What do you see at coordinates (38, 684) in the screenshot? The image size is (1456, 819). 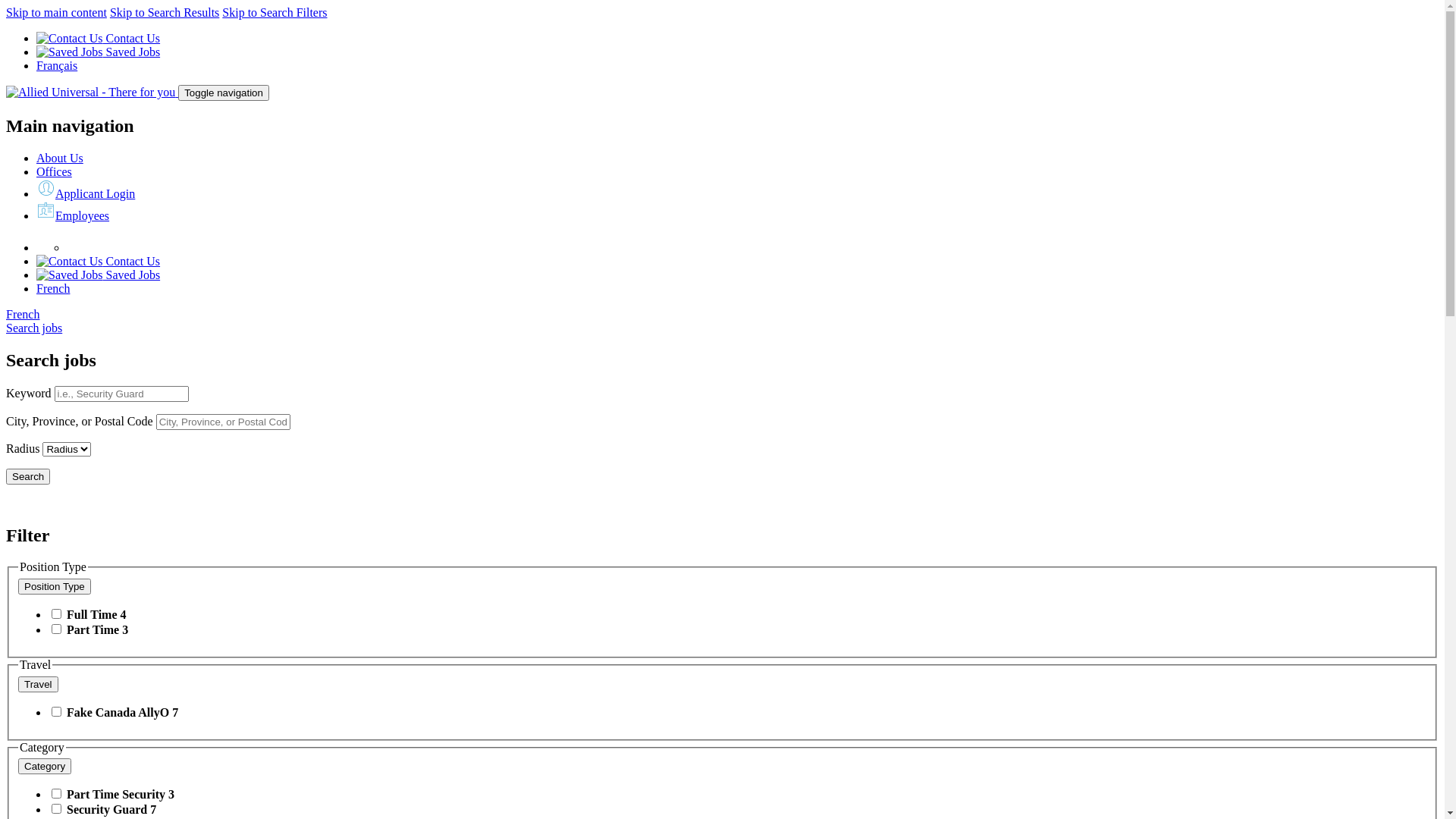 I see `'Travel'` at bounding box center [38, 684].